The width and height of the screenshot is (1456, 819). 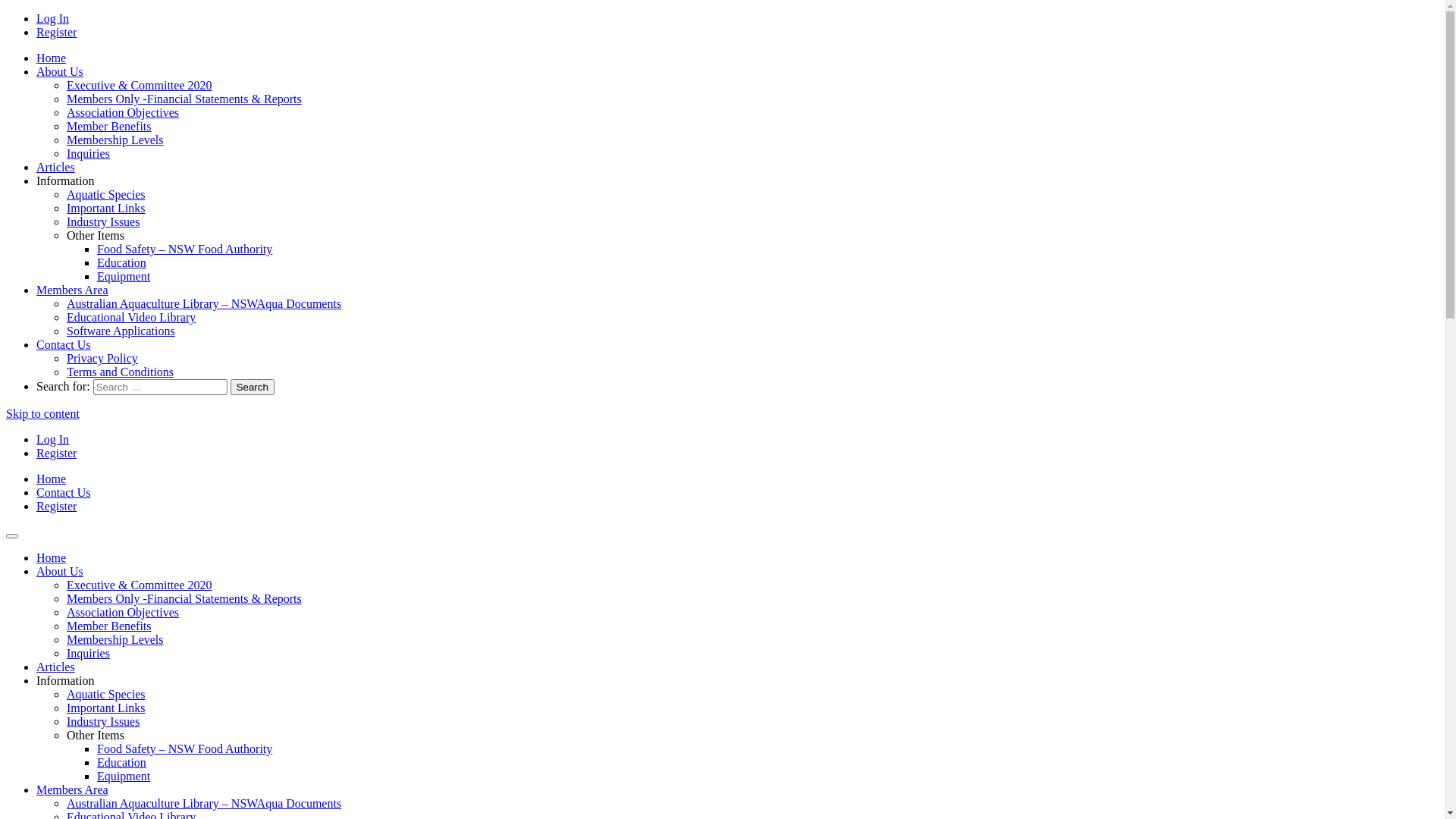 What do you see at coordinates (36, 32) in the screenshot?
I see `'Register'` at bounding box center [36, 32].